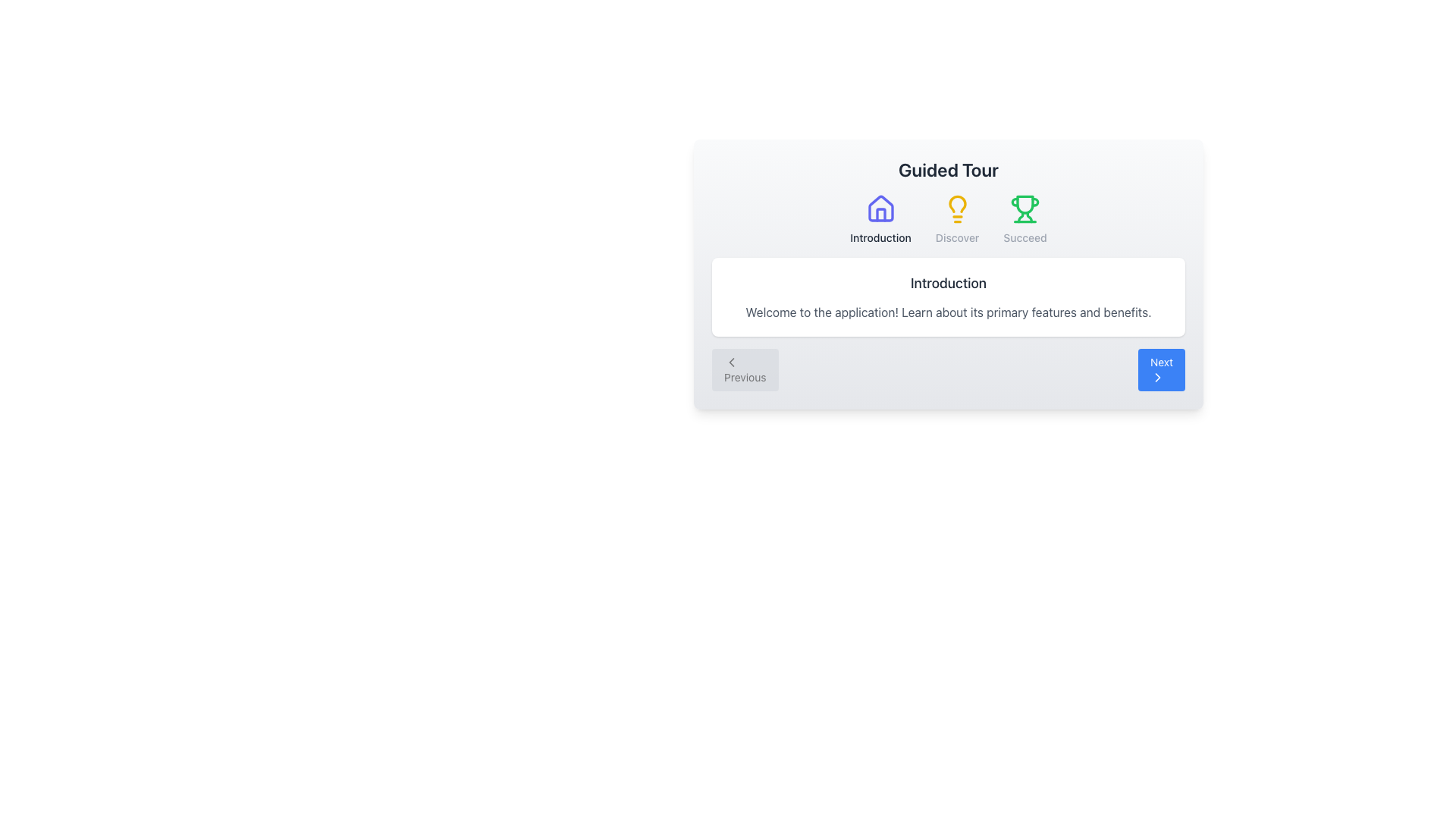 Image resolution: width=1456 pixels, height=819 pixels. I want to click on the Interactive tab or menu item with a trophy icon and 'Succeed' label, so click(1025, 219).